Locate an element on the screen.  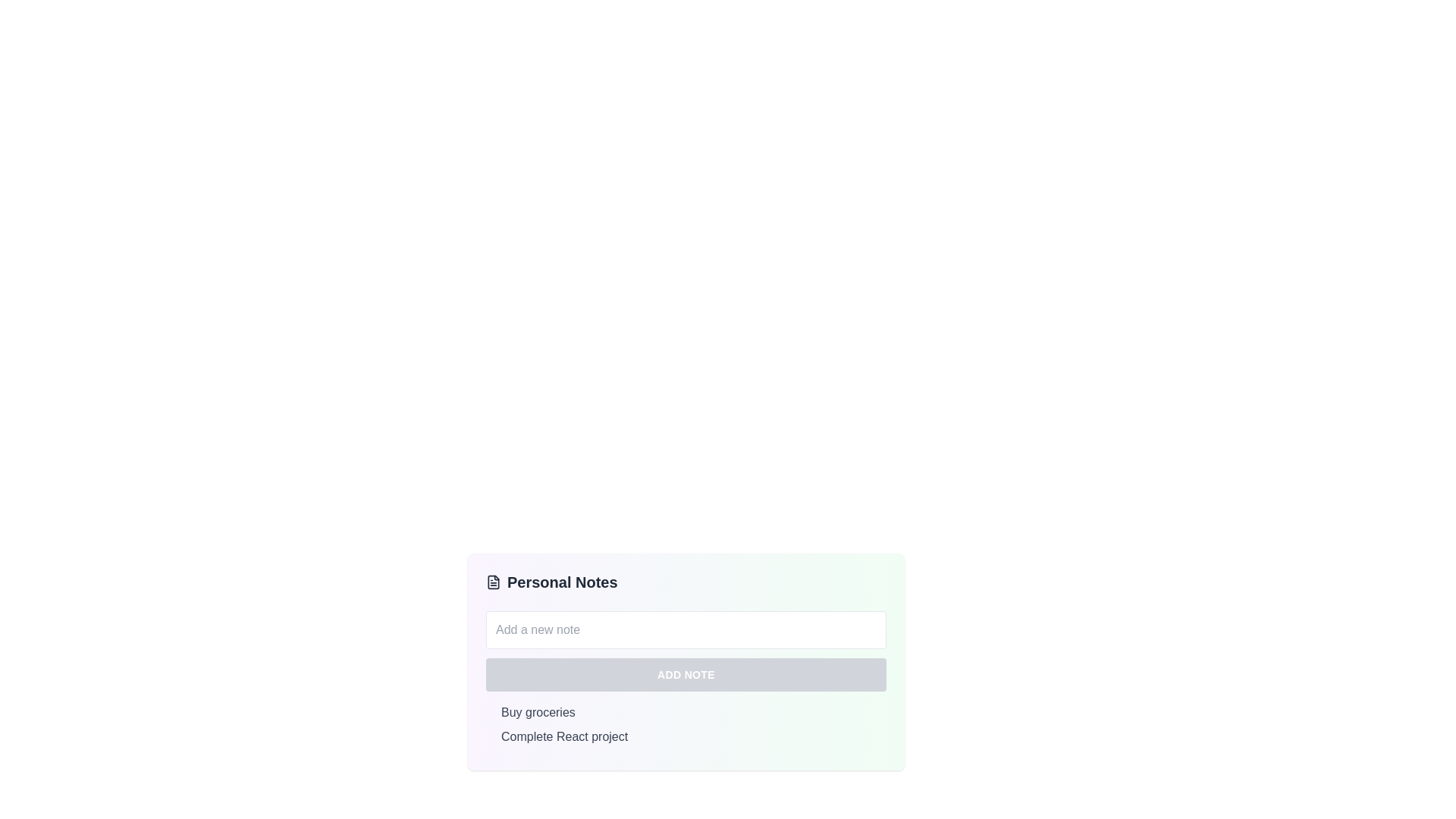
the icon resembling a simplified sheet of paper with a folded corner, located adjacent to the header labeled 'Personal Notes' is located at coordinates (494, 581).